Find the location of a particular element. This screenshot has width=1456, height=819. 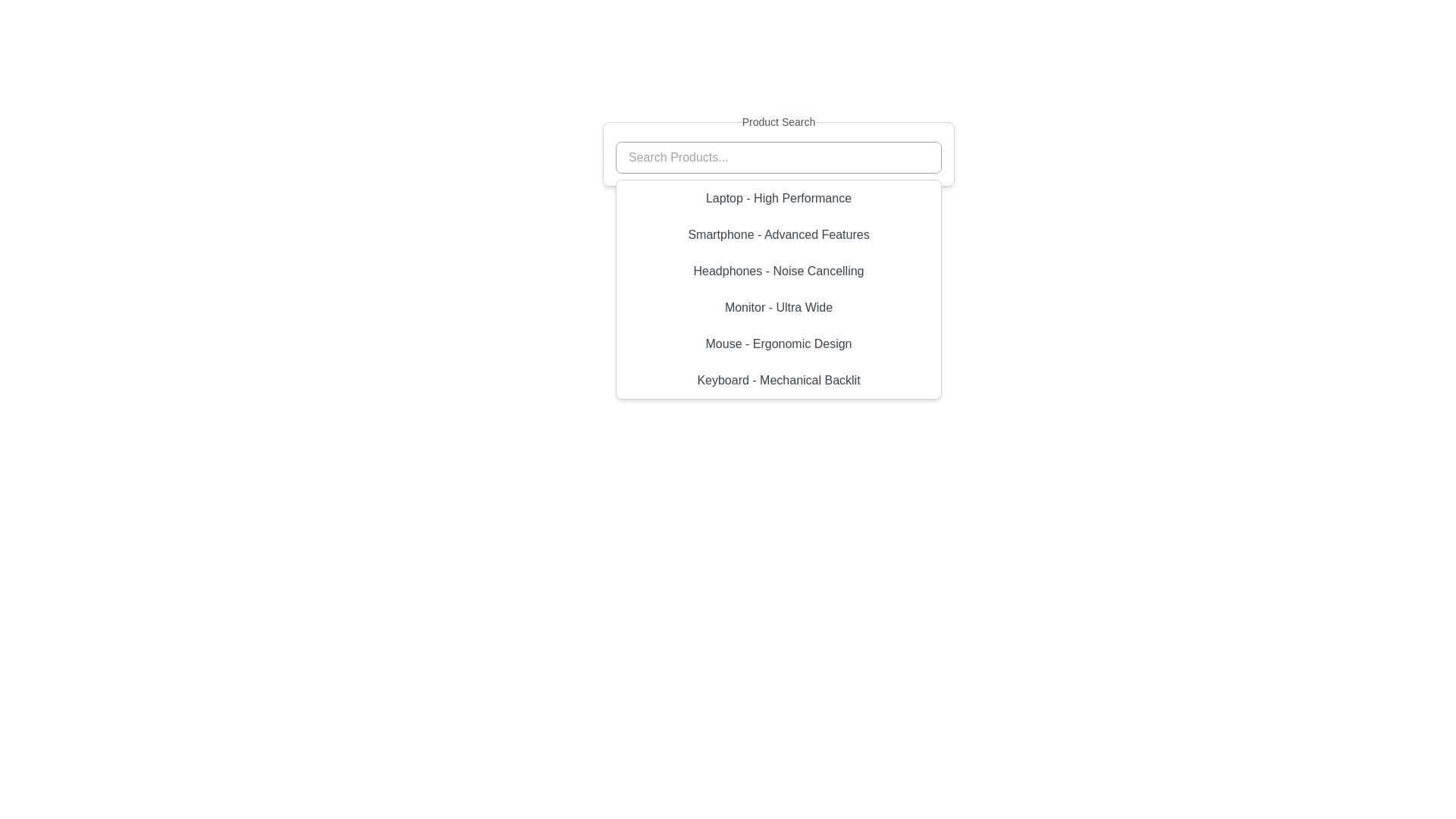

the text label displaying 'Smartphone - Advanced Features' in the dropdown menu, which is styled with gray font and has hover effects changing the background to blue and text color to white is located at coordinates (779, 234).